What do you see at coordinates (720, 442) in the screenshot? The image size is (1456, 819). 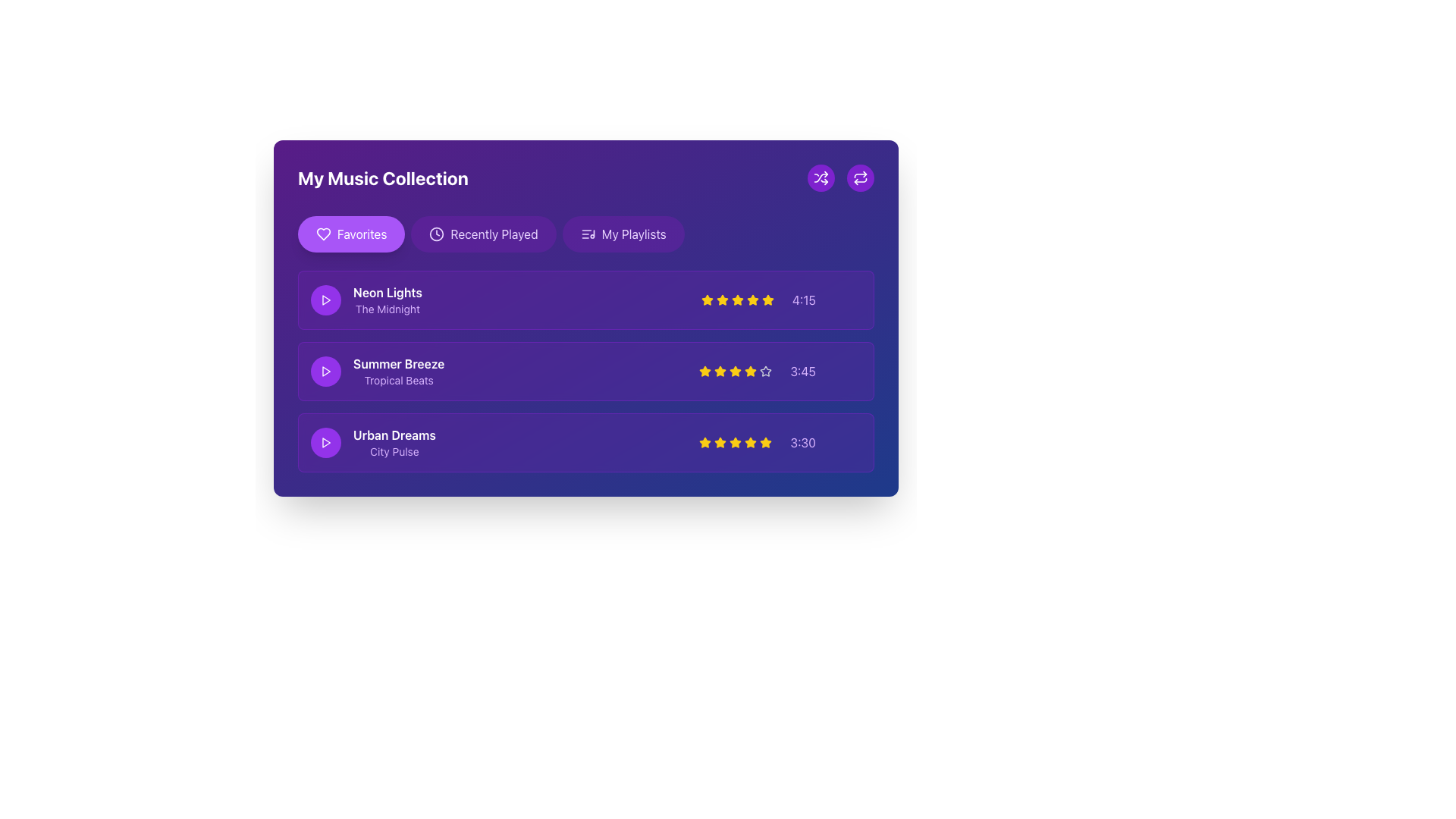 I see `the first rating star icon within the 'Urban Dreams' track card to invoke options related to this rating` at bounding box center [720, 442].